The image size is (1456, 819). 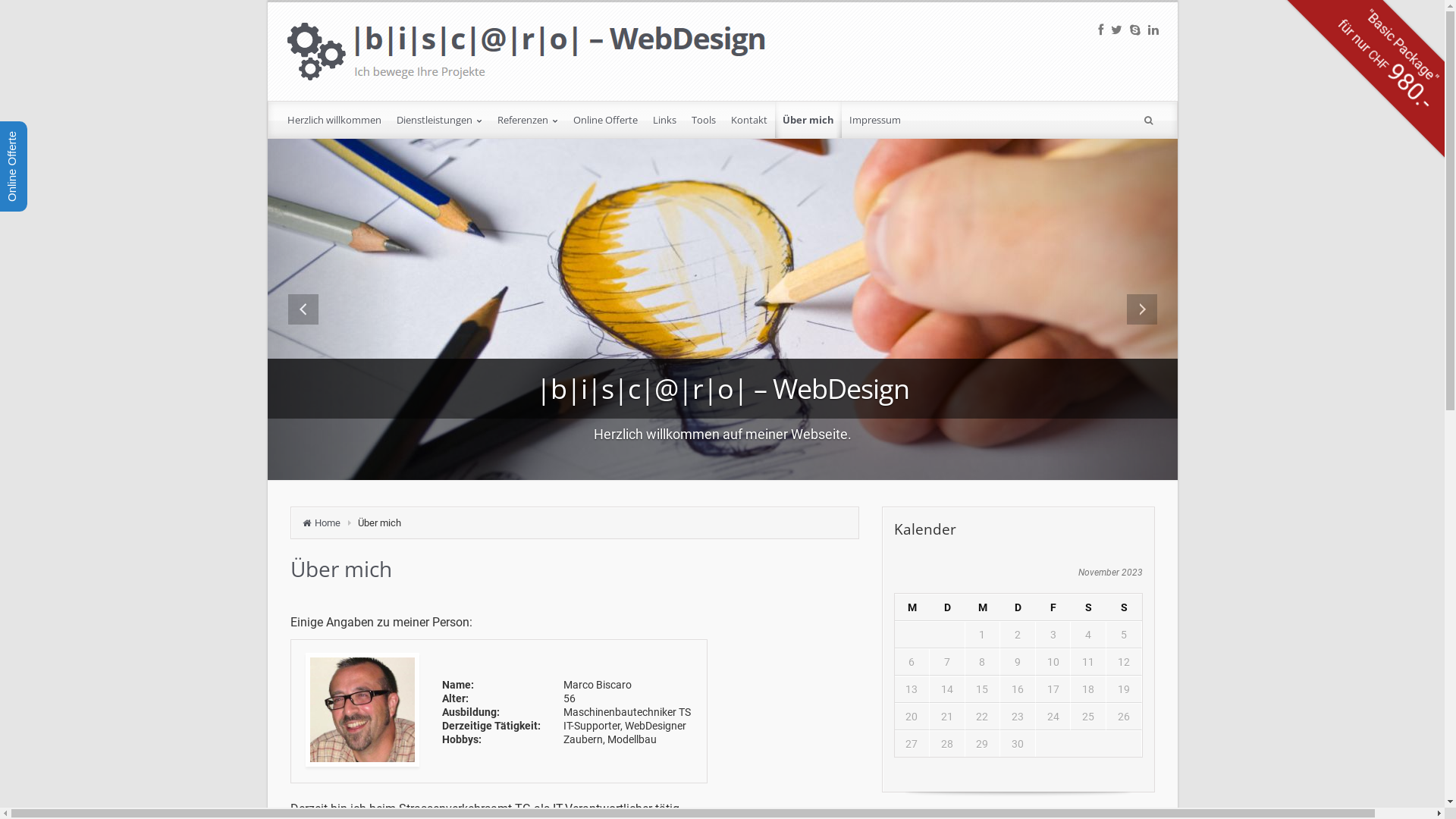 What do you see at coordinates (749, 119) in the screenshot?
I see `'Kontakt'` at bounding box center [749, 119].